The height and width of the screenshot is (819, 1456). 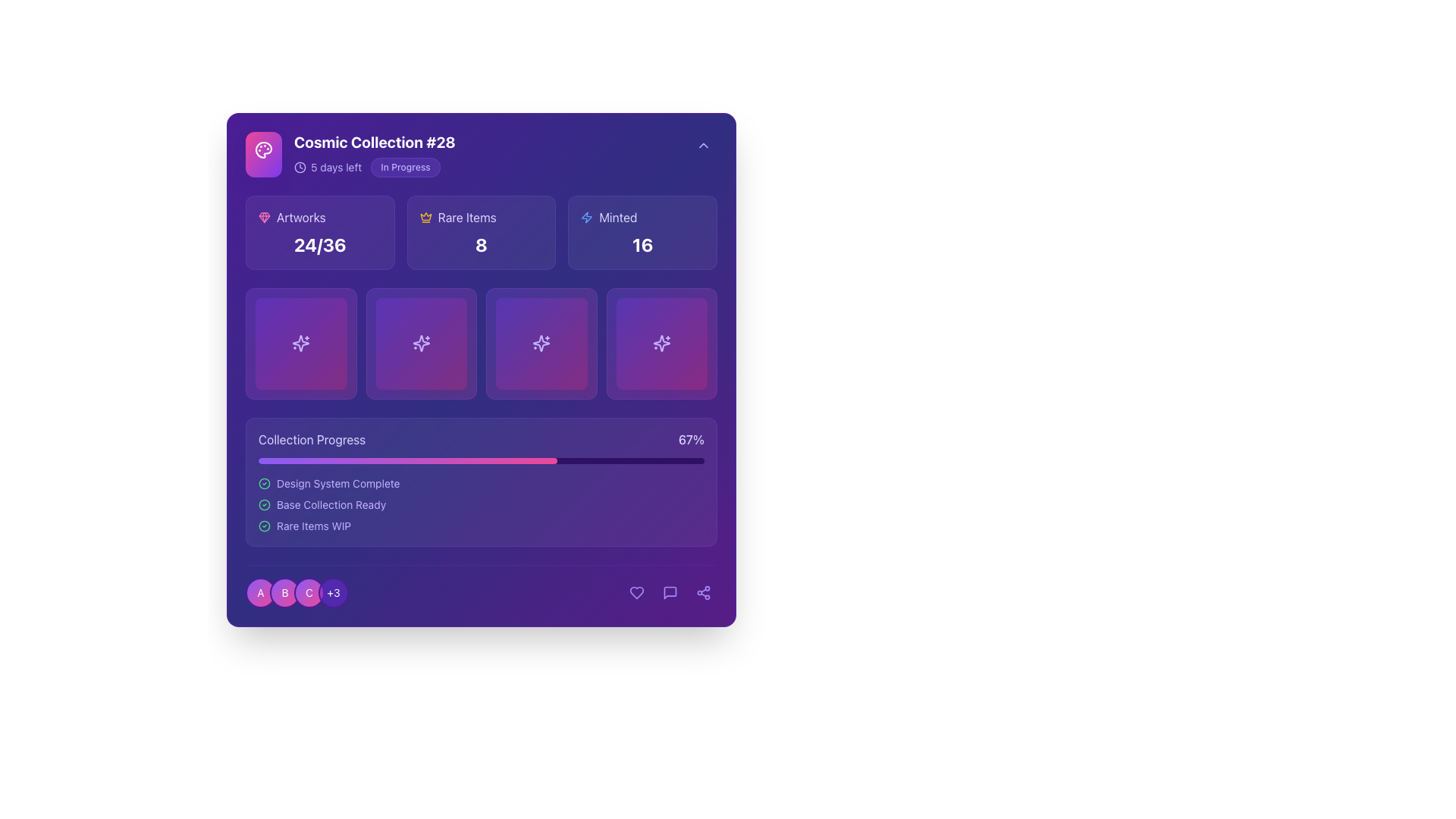 I want to click on the static text displaying '67%' in bold violet font, located in the 'Collection Progress' section, so click(x=691, y=439).